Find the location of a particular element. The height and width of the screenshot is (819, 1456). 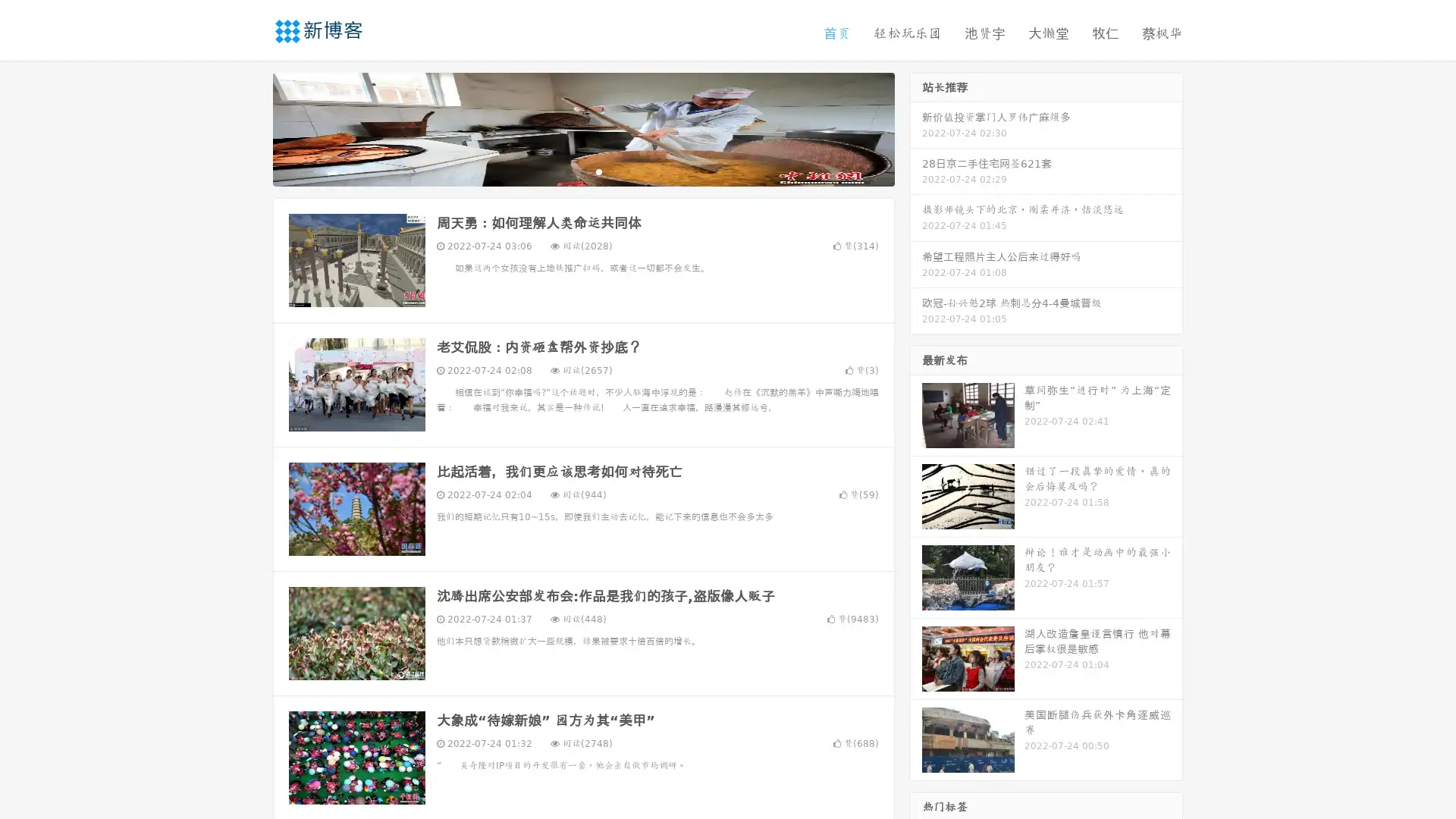

Go to slide 3 is located at coordinates (598, 171).